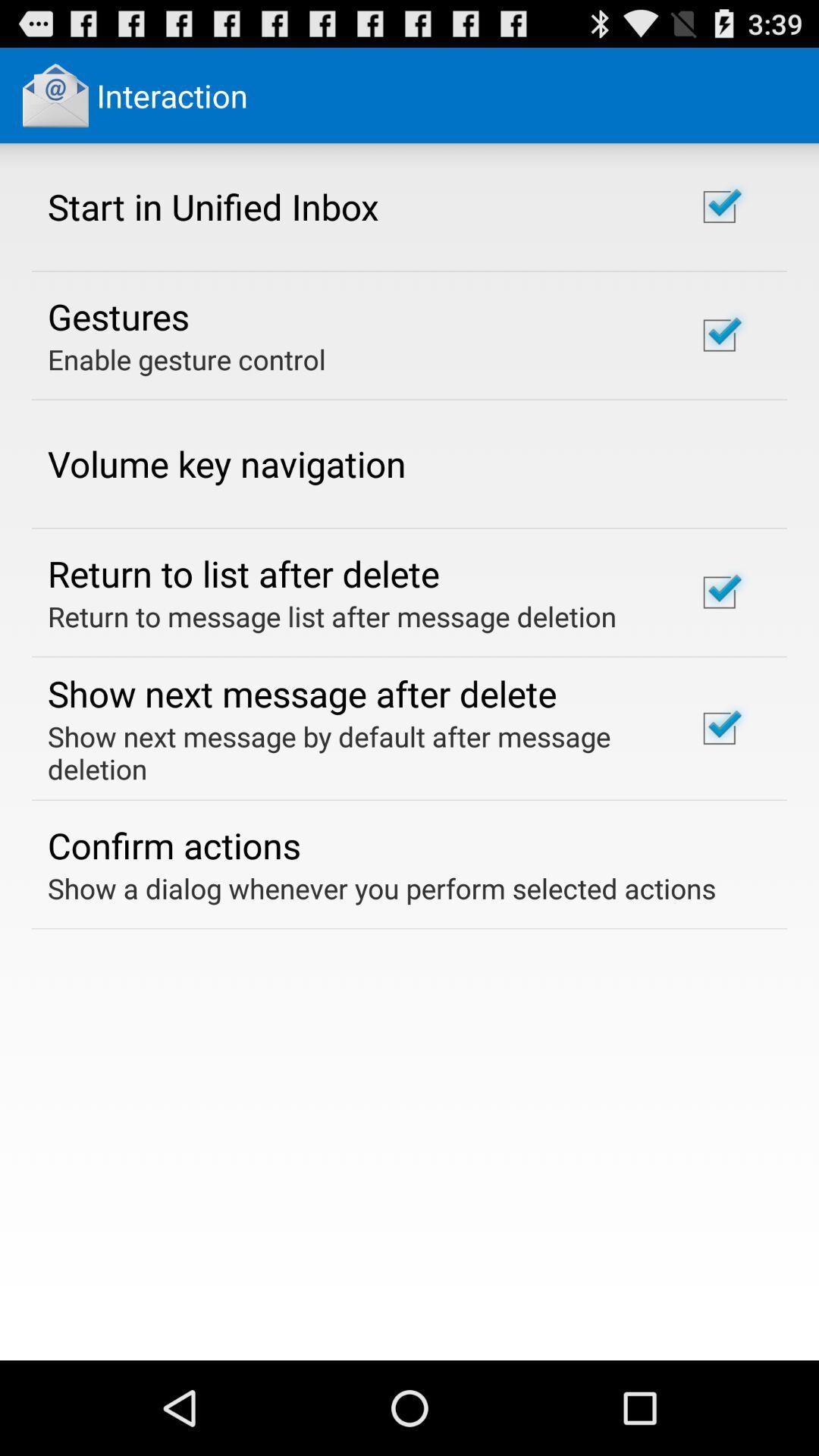  What do you see at coordinates (118, 315) in the screenshot?
I see `item above the enable gesture control icon` at bounding box center [118, 315].